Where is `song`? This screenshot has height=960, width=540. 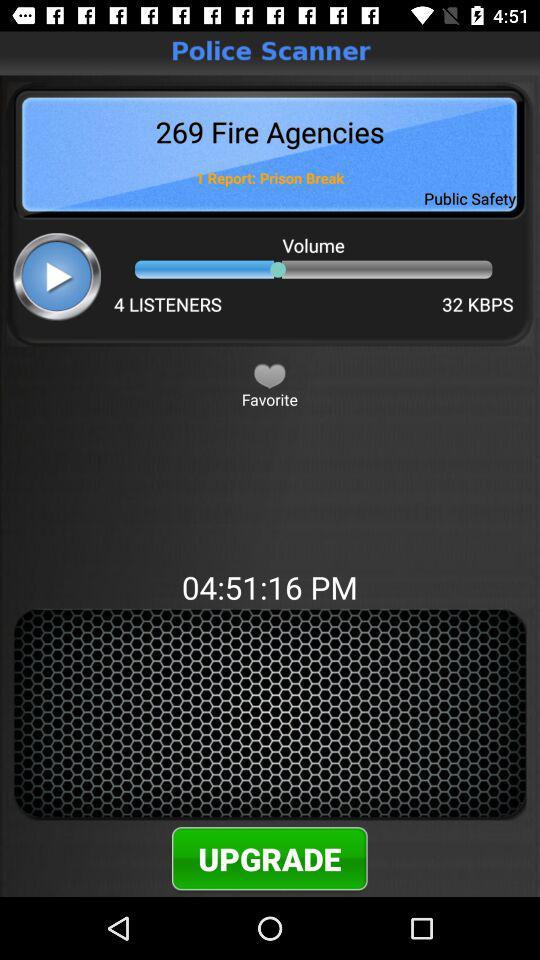
song is located at coordinates (57, 275).